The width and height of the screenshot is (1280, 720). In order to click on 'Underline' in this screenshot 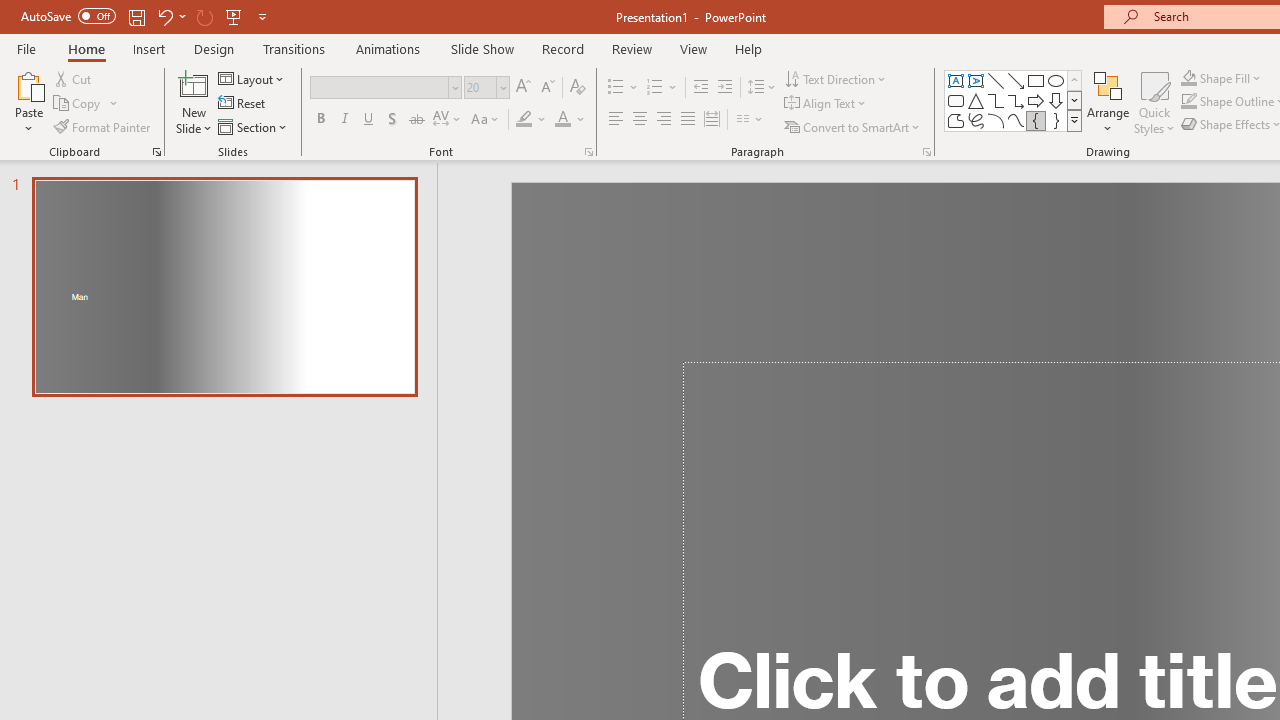, I will do `click(369, 119)`.